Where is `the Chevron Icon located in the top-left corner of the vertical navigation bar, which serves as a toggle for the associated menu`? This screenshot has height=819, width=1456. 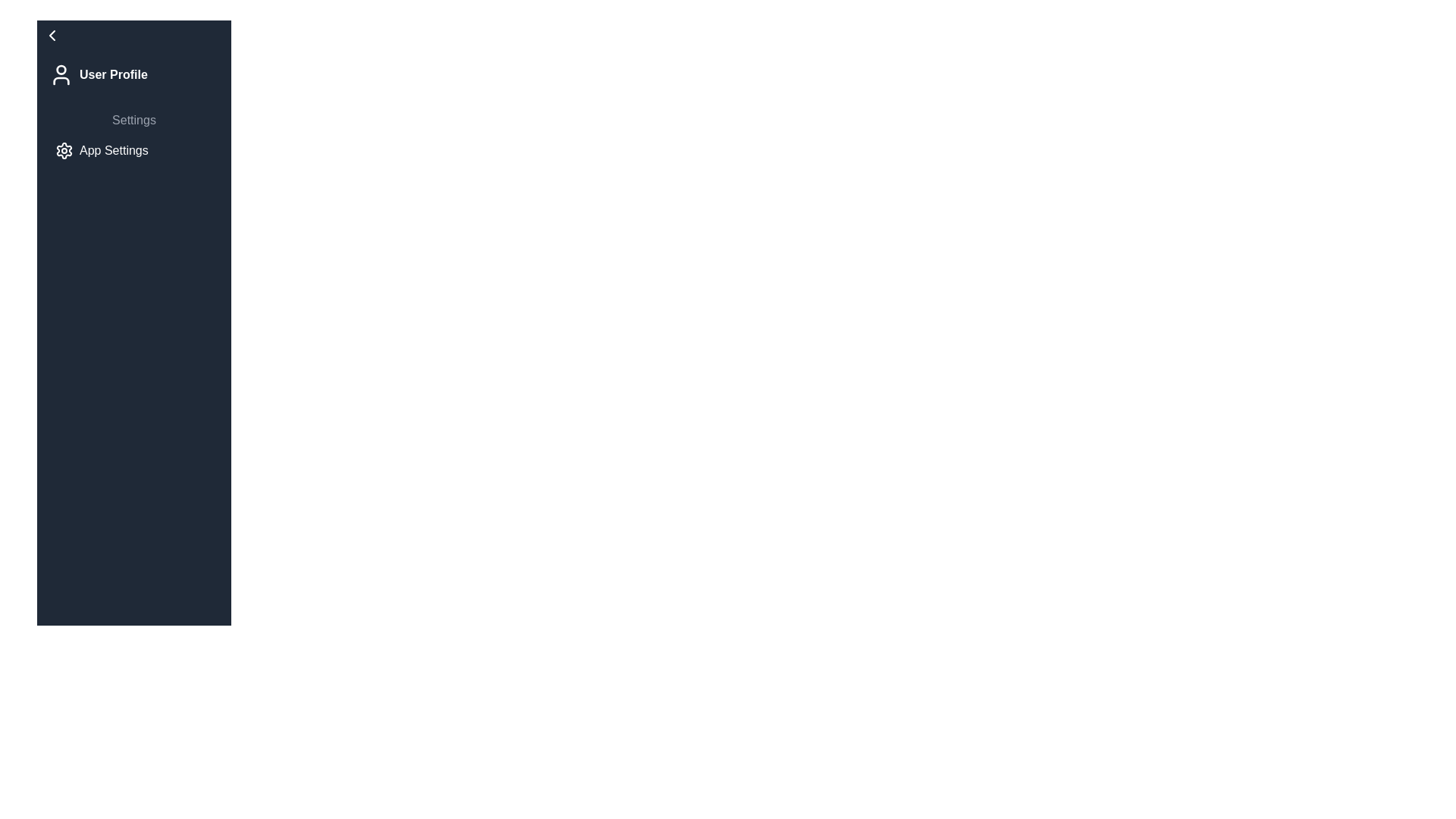 the Chevron Icon located in the top-left corner of the vertical navigation bar, which serves as a toggle for the associated menu is located at coordinates (52, 34).